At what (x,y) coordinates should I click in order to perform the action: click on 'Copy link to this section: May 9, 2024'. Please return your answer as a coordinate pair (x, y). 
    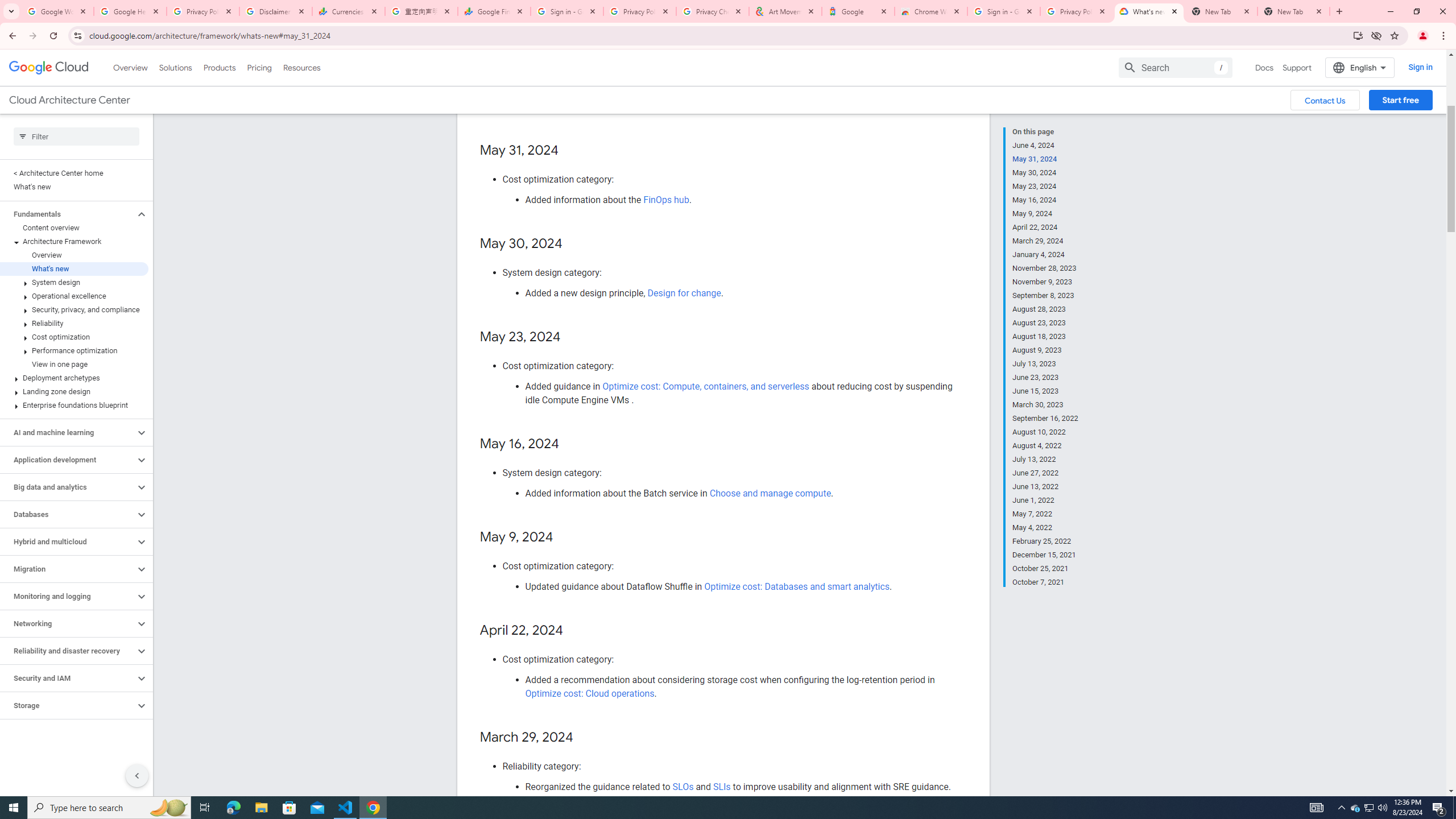
    Looking at the image, I should click on (564, 537).